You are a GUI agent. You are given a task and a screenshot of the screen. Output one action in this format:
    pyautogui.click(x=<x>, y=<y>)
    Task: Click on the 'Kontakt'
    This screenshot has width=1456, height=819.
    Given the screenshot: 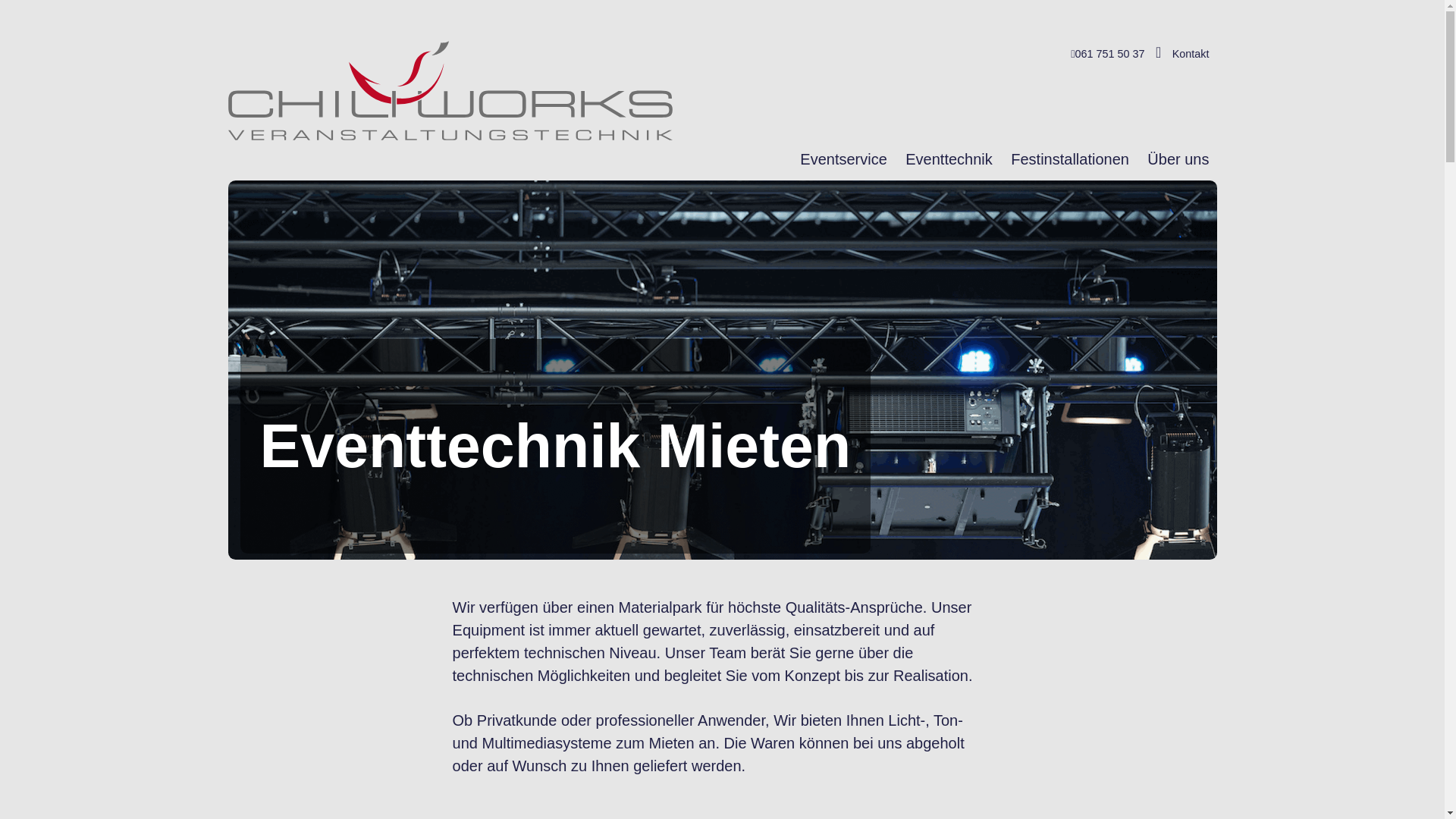 What is the action you would take?
    pyautogui.click(x=1190, y=52)
    